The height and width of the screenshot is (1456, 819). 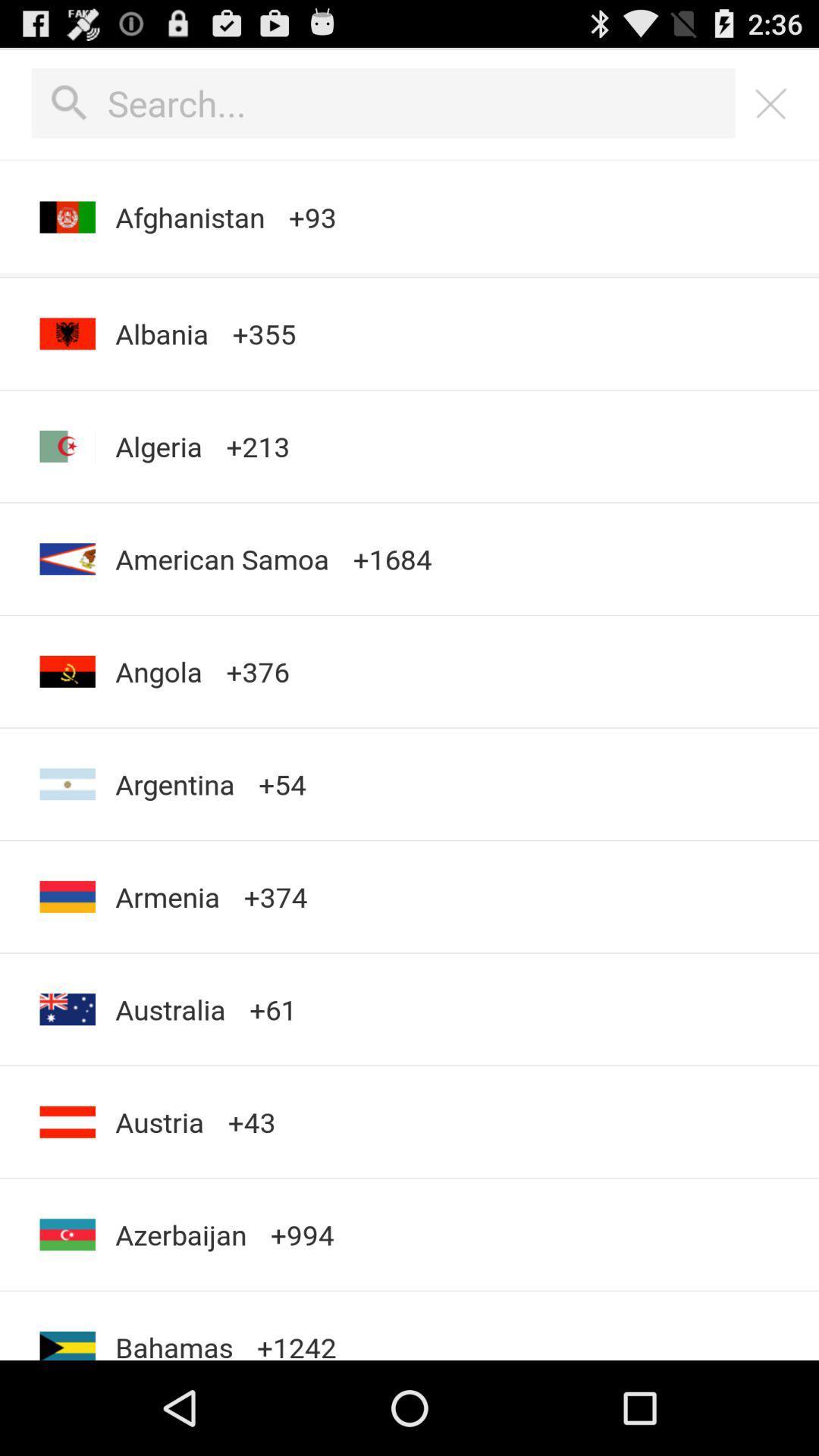 What do you see at coordinates (282, 784) in the screenshot?
I see `app above +374 app` at bounding box center [282, 784].